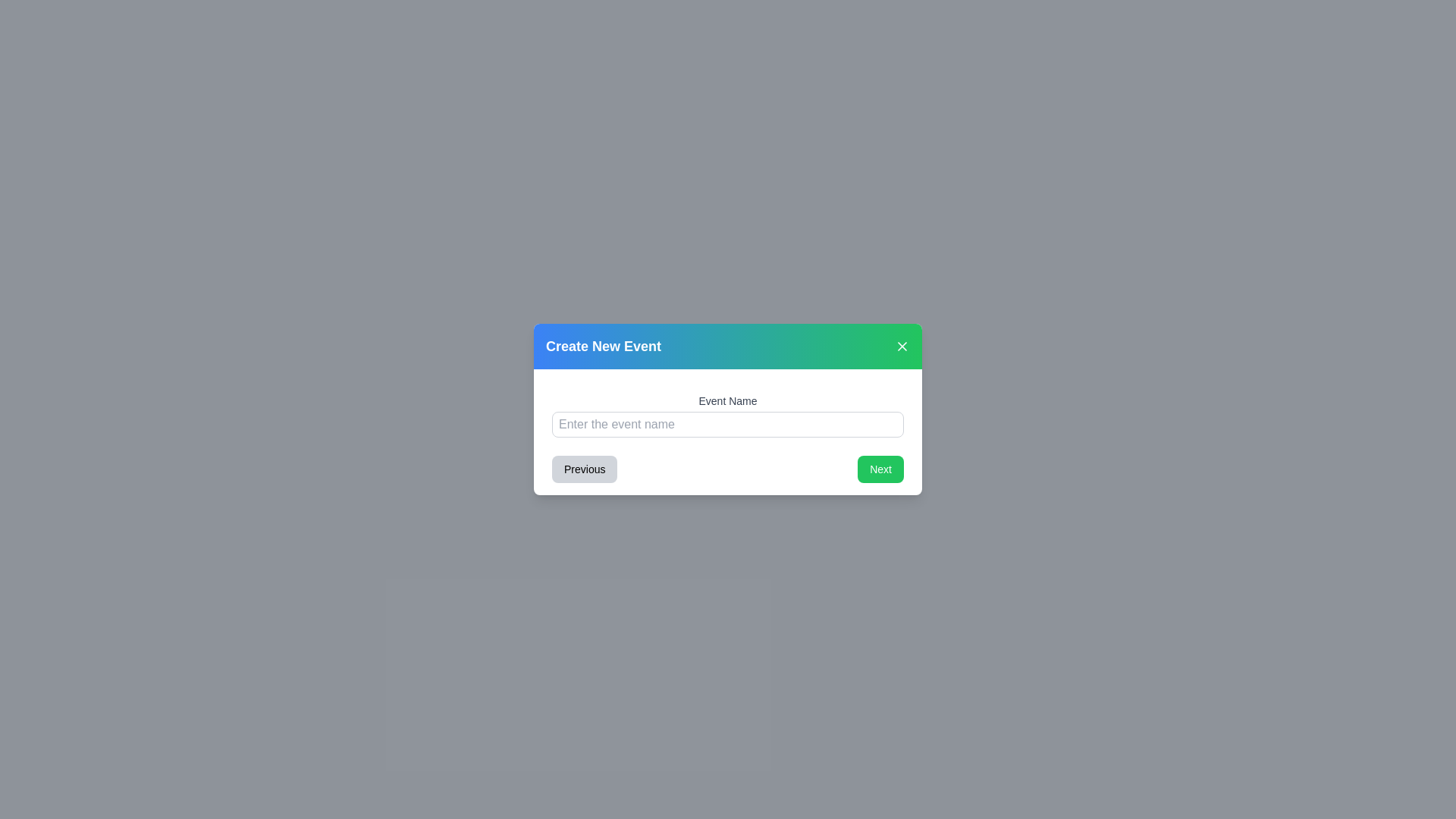  What do you see at coordinates (728, 400) in the screenshot?
I see `the 'Event Name' label, which is displayed in gray color and located at the top center of the modal box, above the input field for entering the event name` at bounding box center [728, 400].